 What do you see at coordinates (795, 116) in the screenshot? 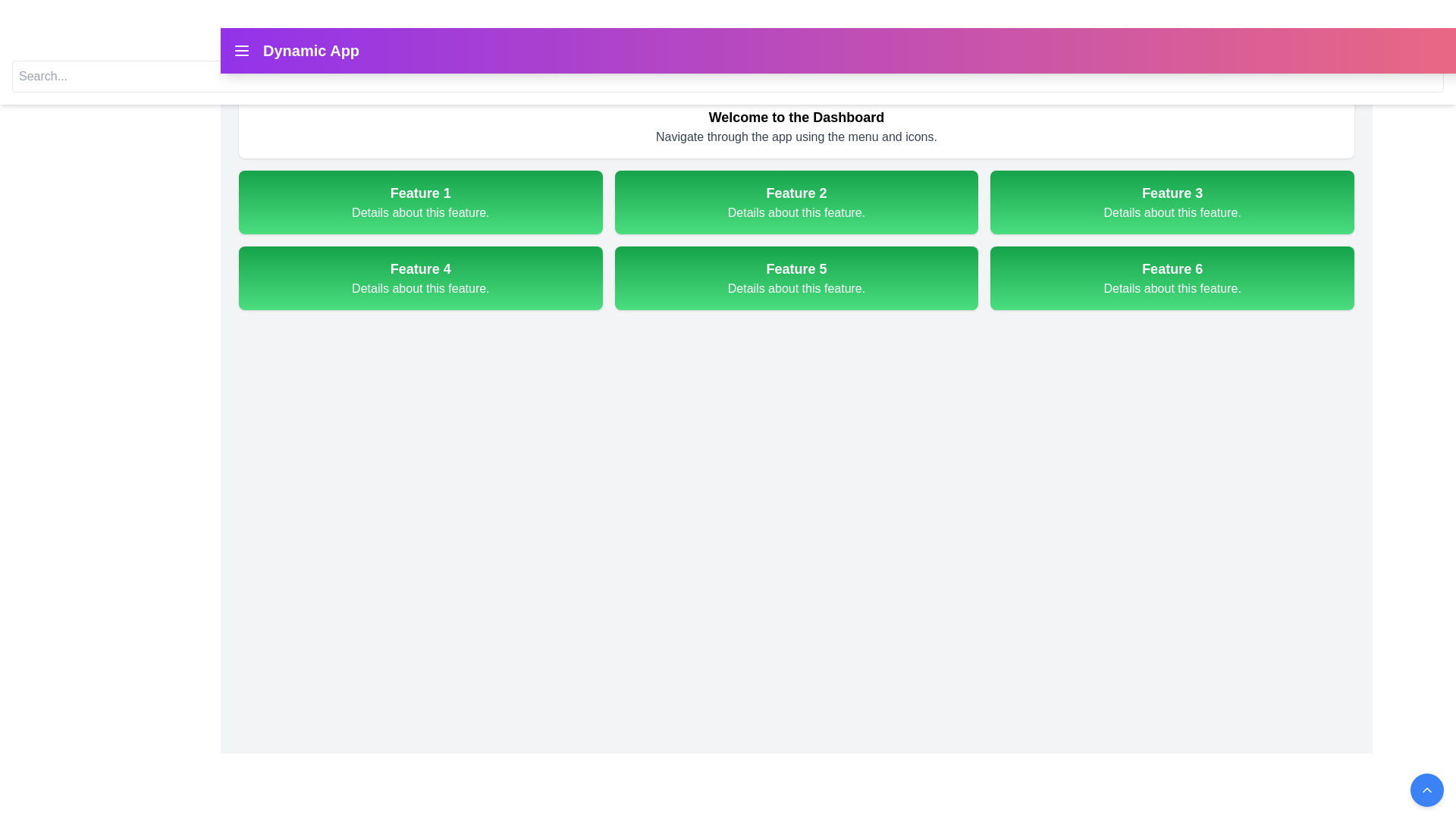
I see `the static text header displaying 'Welcome to the Dashboard', which is a bold and larger font label with rounded corners and a white background` at bounding box center [795, 116].